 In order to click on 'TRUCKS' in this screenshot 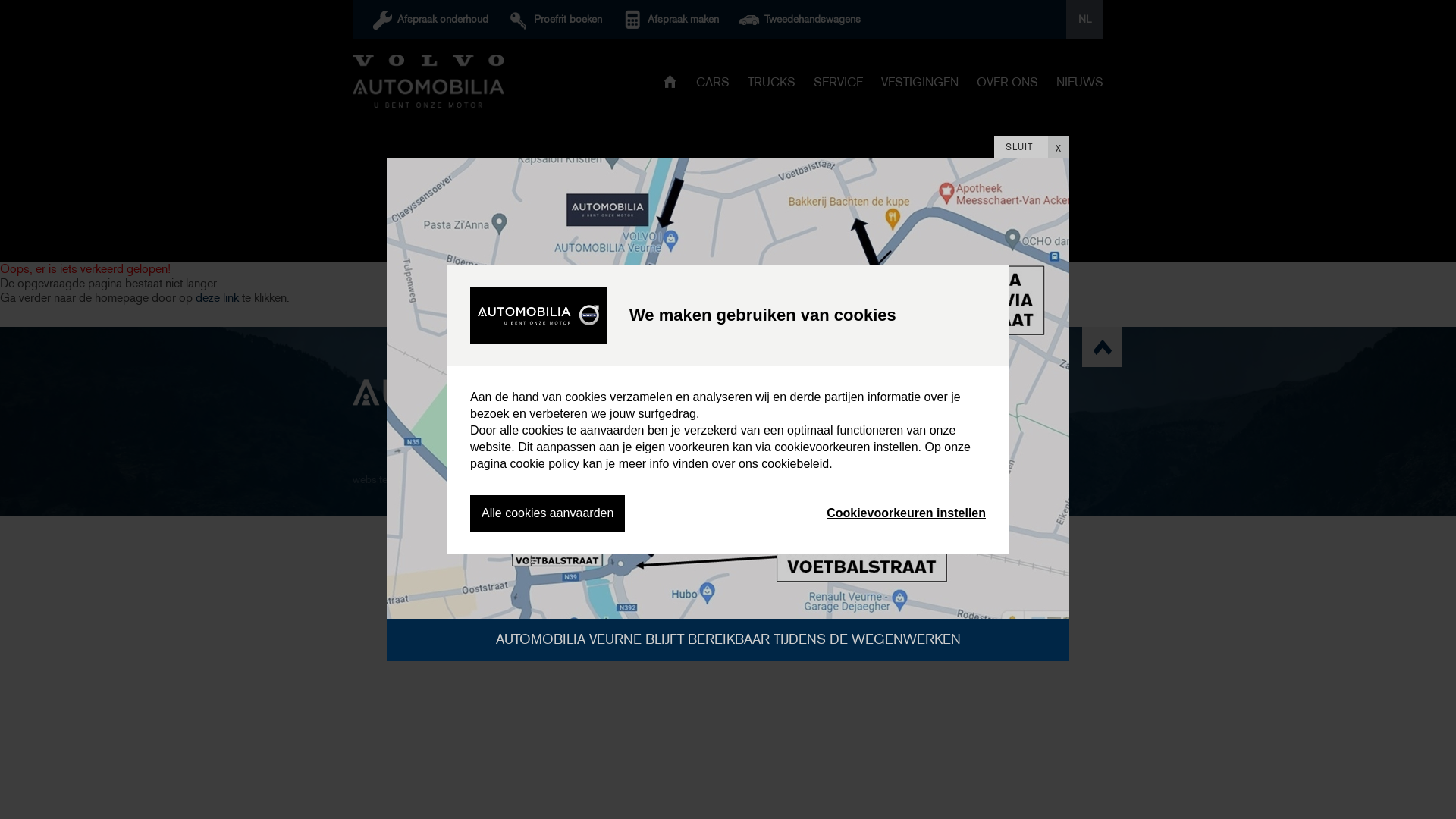, I will do `click(747, 85)`.